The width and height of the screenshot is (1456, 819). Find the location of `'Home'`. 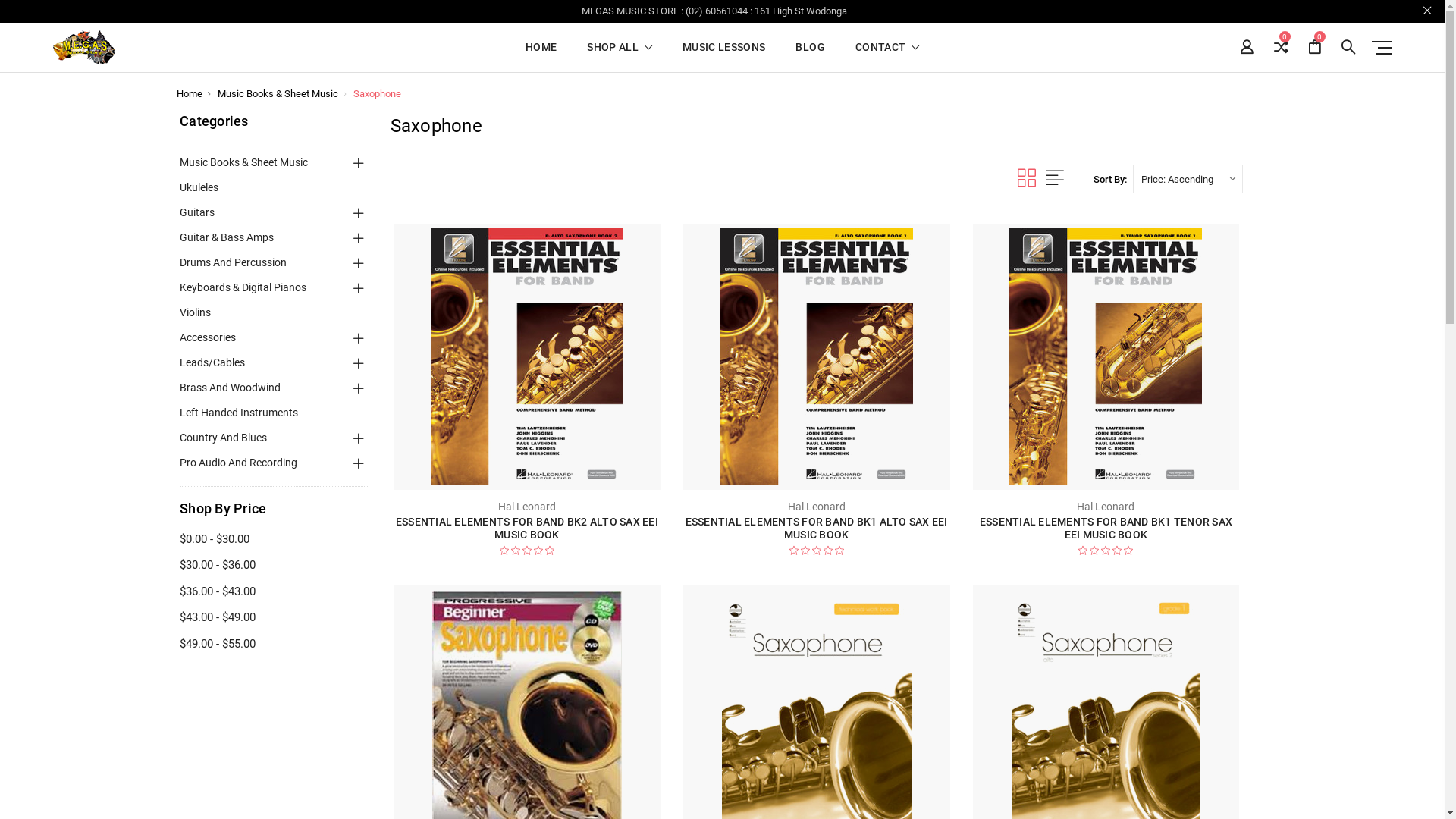

'Home' is located at coordinates (188, 93).